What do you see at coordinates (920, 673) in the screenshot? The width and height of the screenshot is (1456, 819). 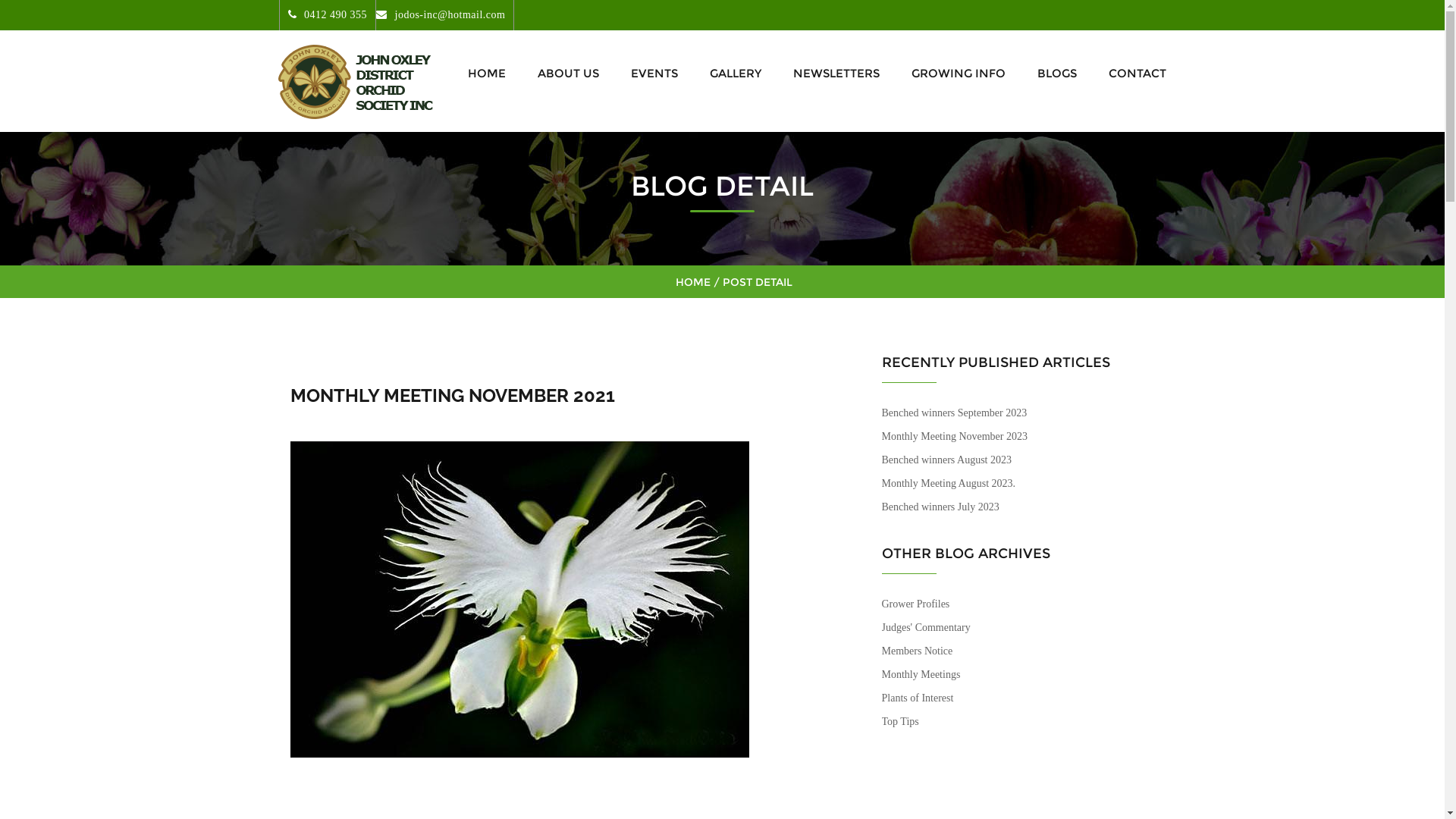 I see `'Monthly Meetings'` at bounding box center [920, 673].